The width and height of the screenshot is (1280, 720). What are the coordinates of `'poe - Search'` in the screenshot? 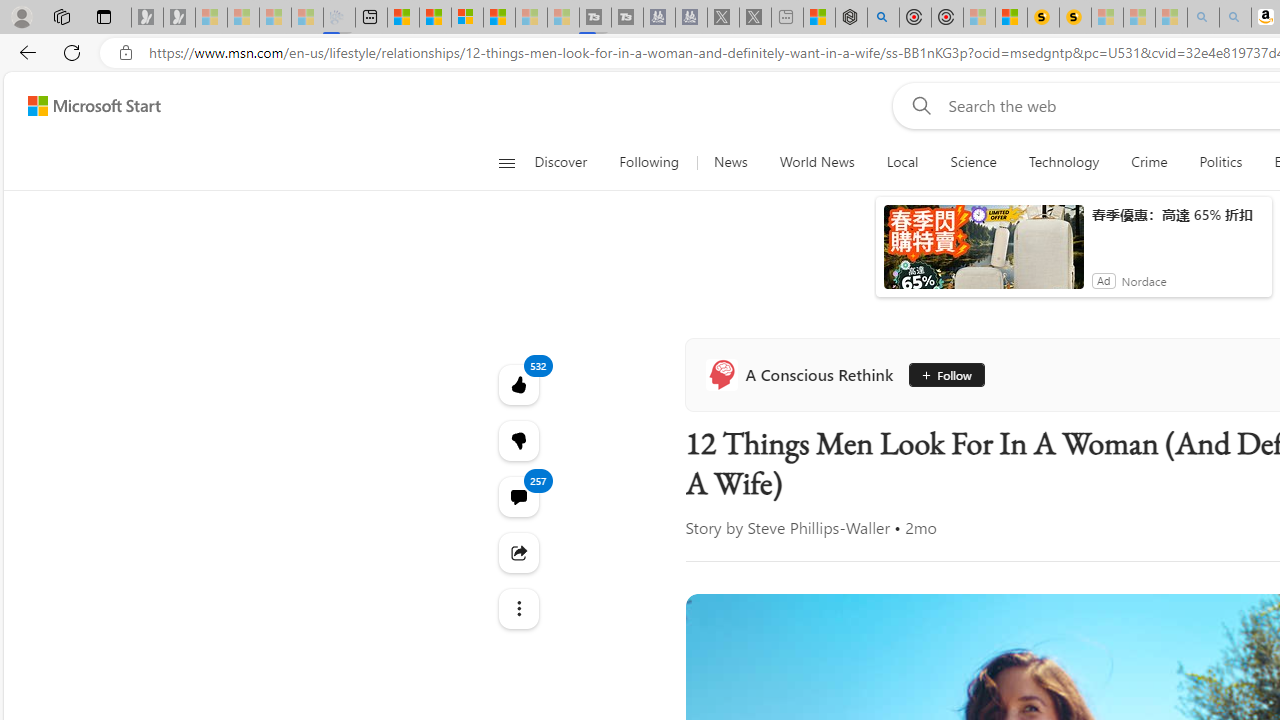 It's located at (871, 17).